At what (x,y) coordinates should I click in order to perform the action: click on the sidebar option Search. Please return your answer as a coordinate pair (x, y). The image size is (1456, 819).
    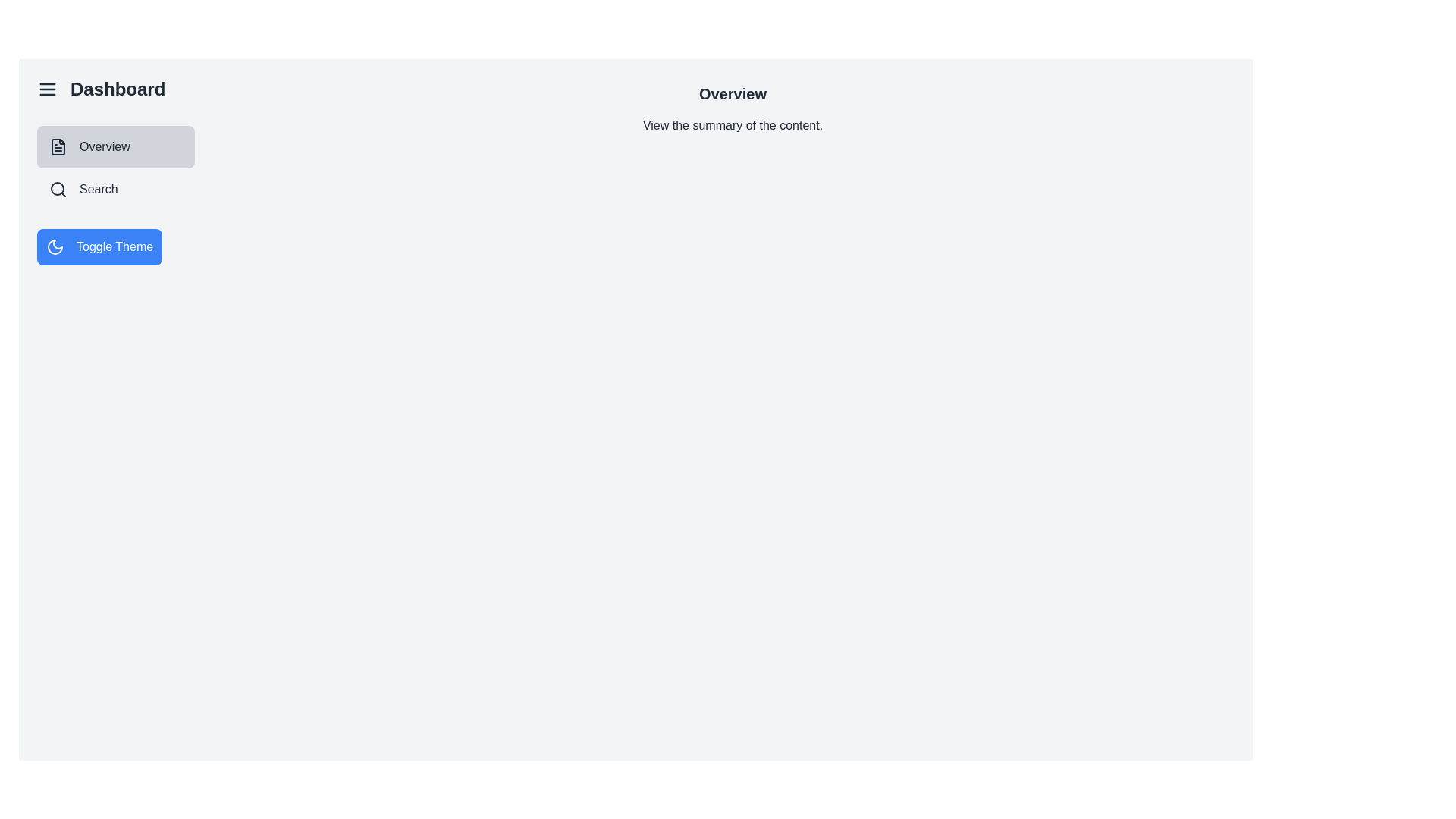
    Looking at the image, I should click on (115, 189).